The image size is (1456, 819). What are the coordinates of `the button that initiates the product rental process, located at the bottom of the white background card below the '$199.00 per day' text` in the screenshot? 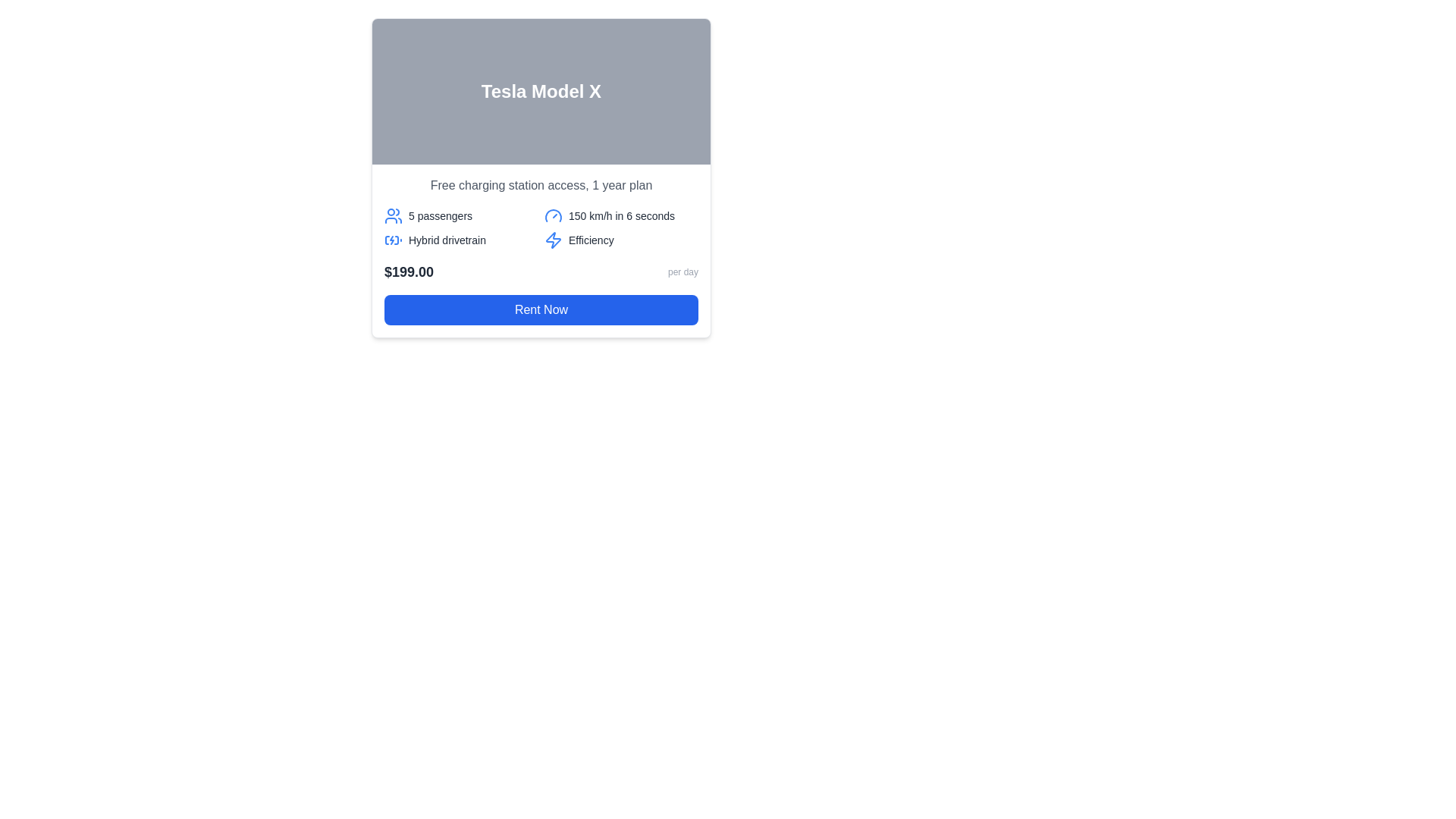 It's located at (541, 309).